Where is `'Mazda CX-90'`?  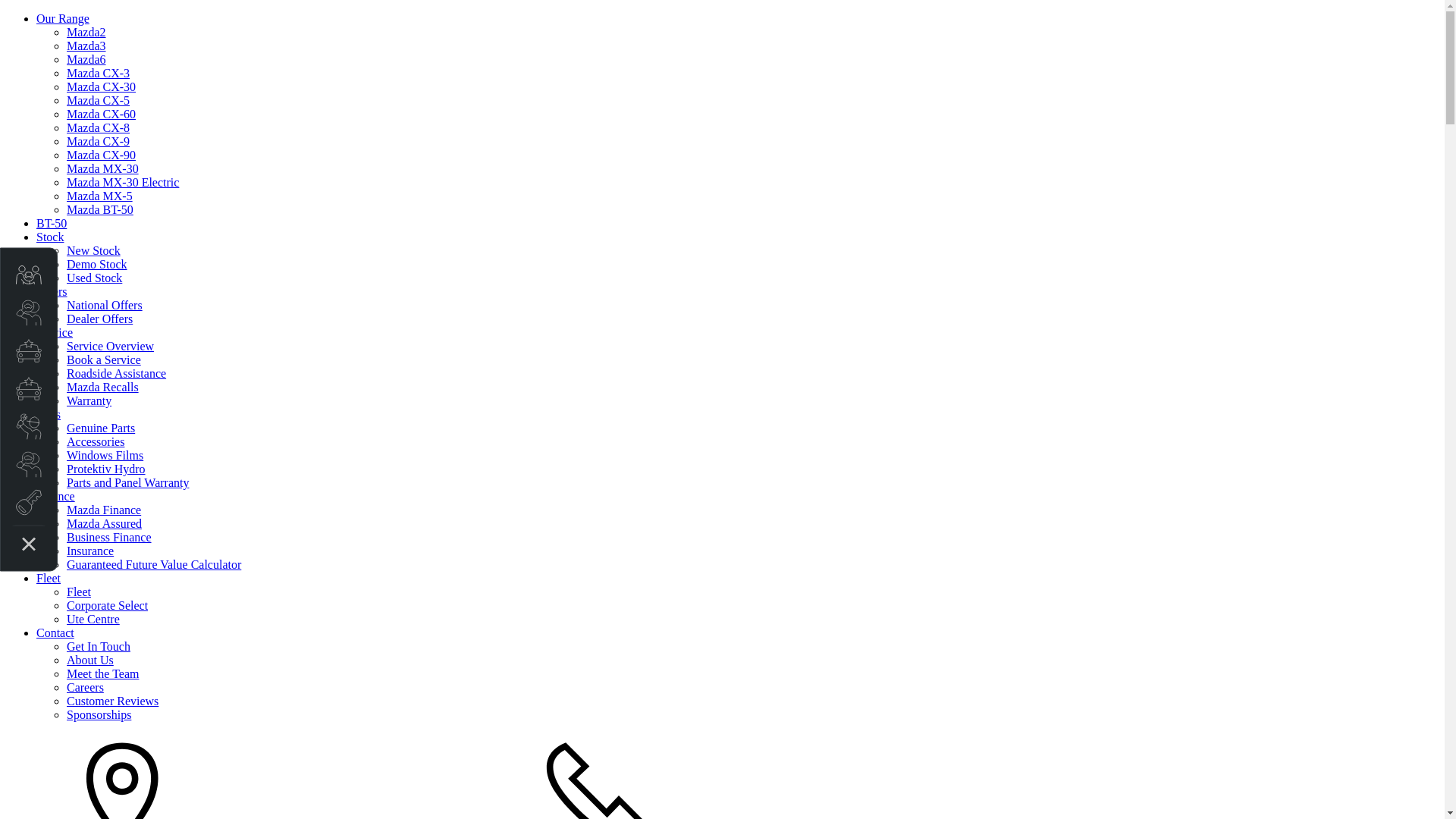 'Mazda CX-90' is located at coordinates (100, 155).